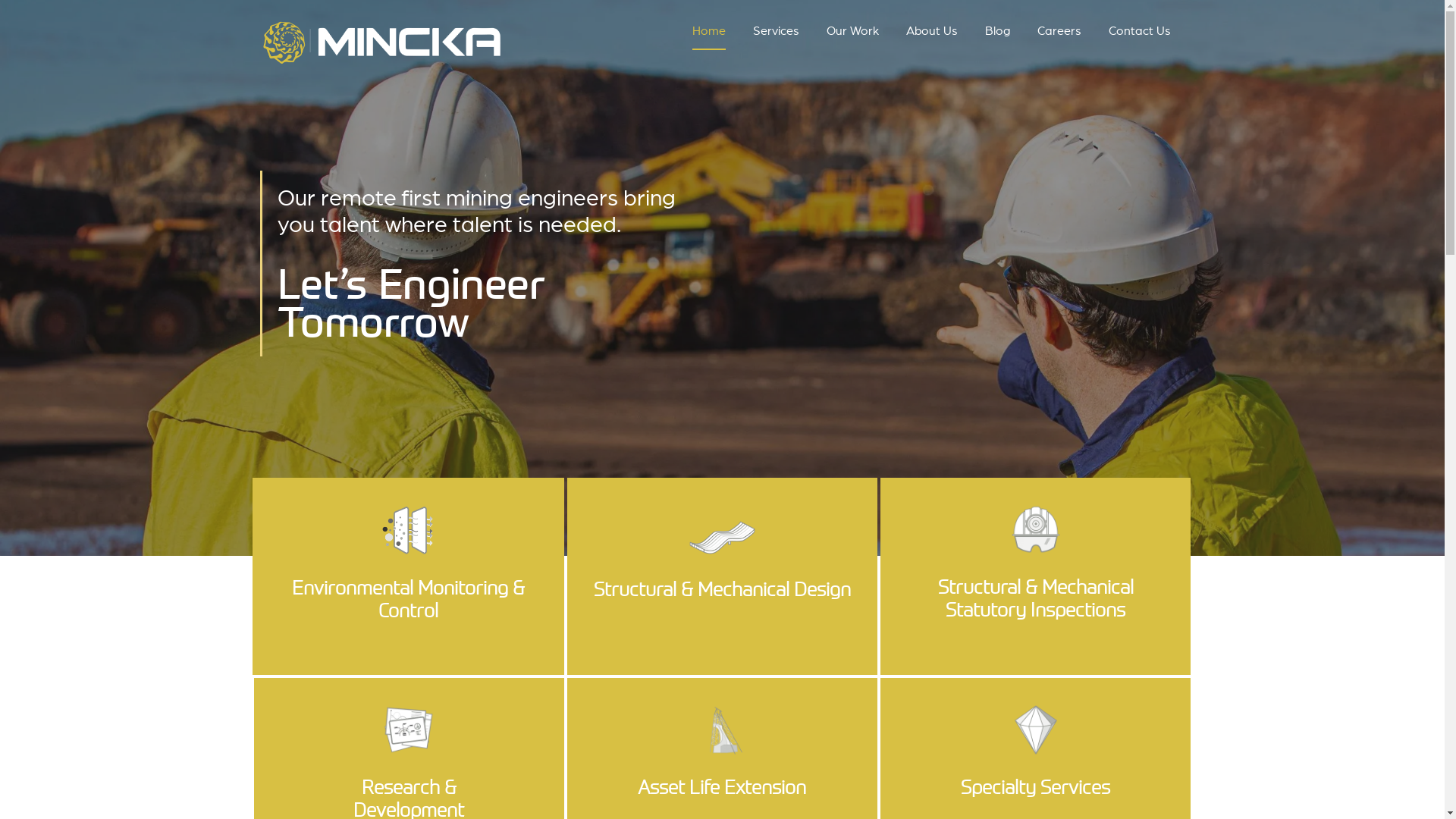 The image size is (1456, 819). Describe the element at coordinates (1058, 34) in the screenshot. I see `'Careers'` at that location.